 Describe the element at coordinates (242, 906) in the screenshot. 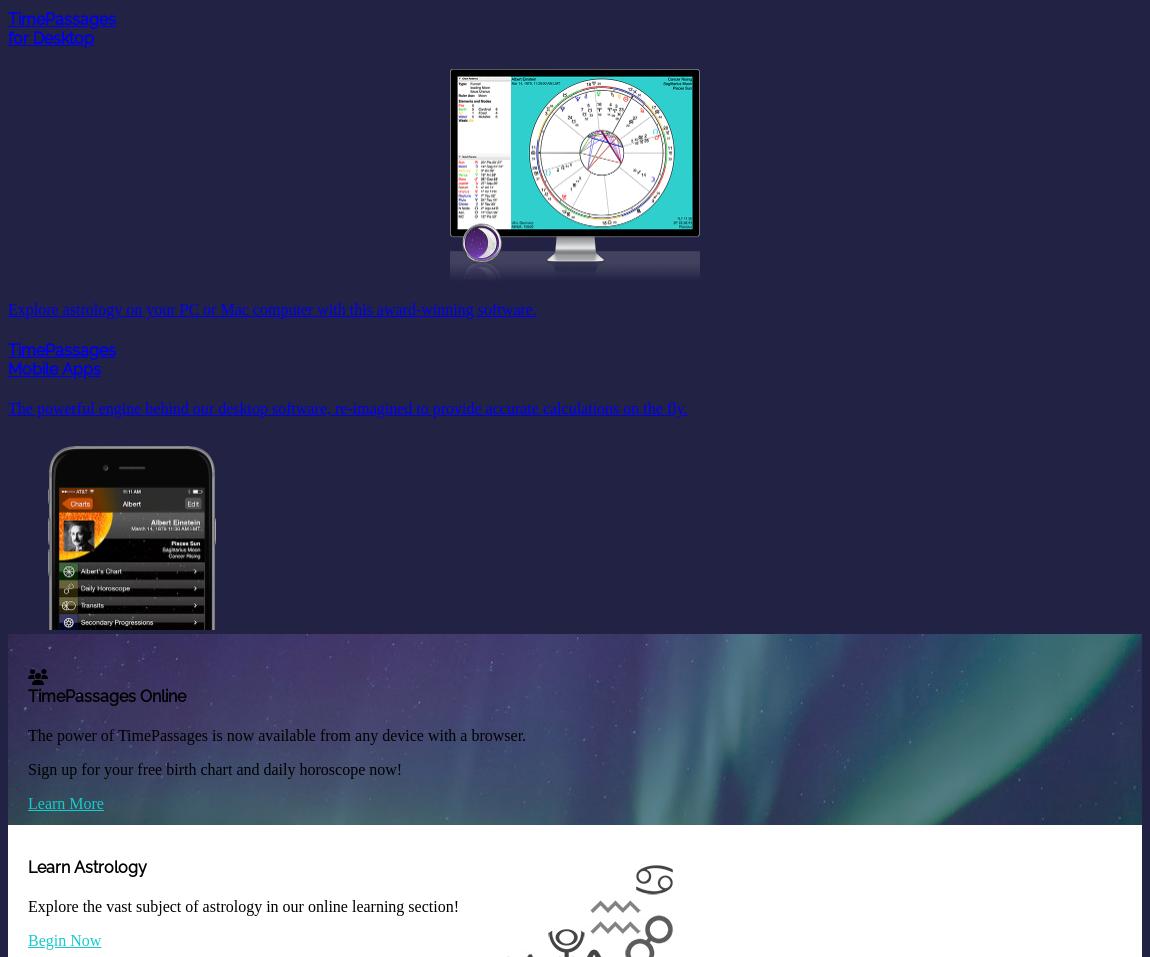

I see `'Explore the vast subject of astrology in our online learning section!'` at that location.